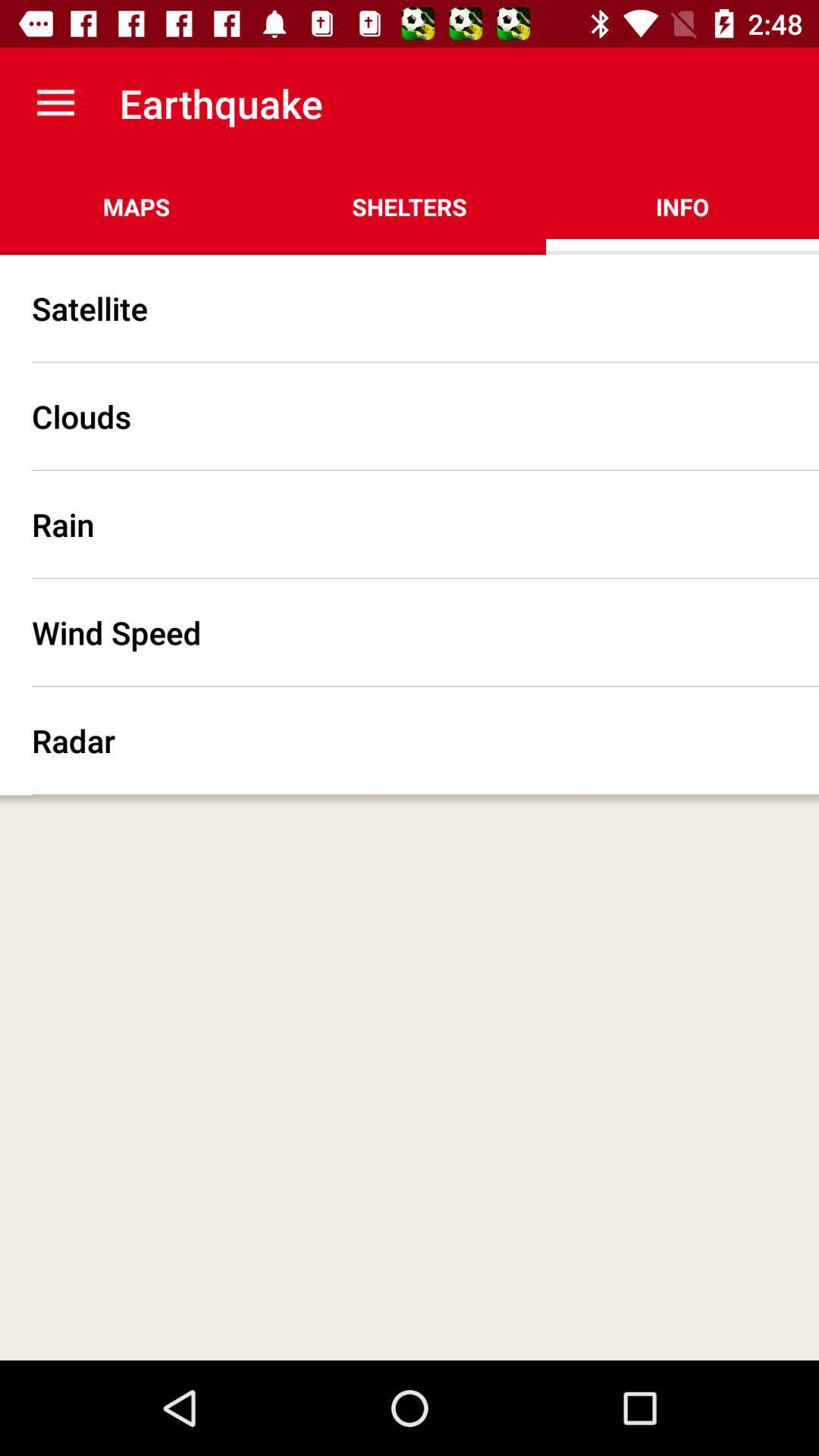 This screenshot has width=819, height=1456. Describe the element at coordinates (681, 206) in the screenshot. I see `the item next to shelters` at that location.